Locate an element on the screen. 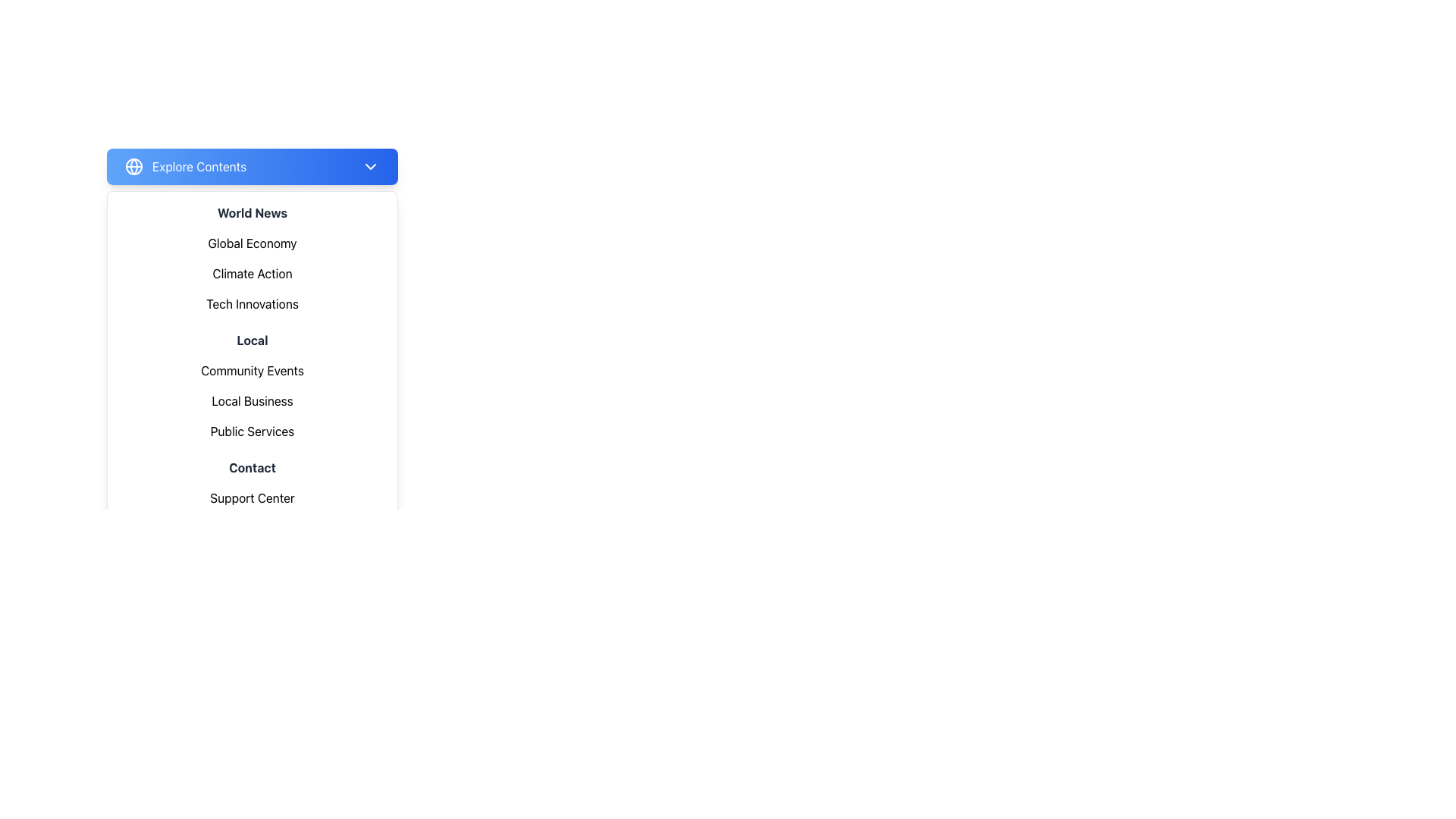  the 'Tech Innovations' Text Button located at the bottom of the 'World News' section is located at coordinates (252, 304).